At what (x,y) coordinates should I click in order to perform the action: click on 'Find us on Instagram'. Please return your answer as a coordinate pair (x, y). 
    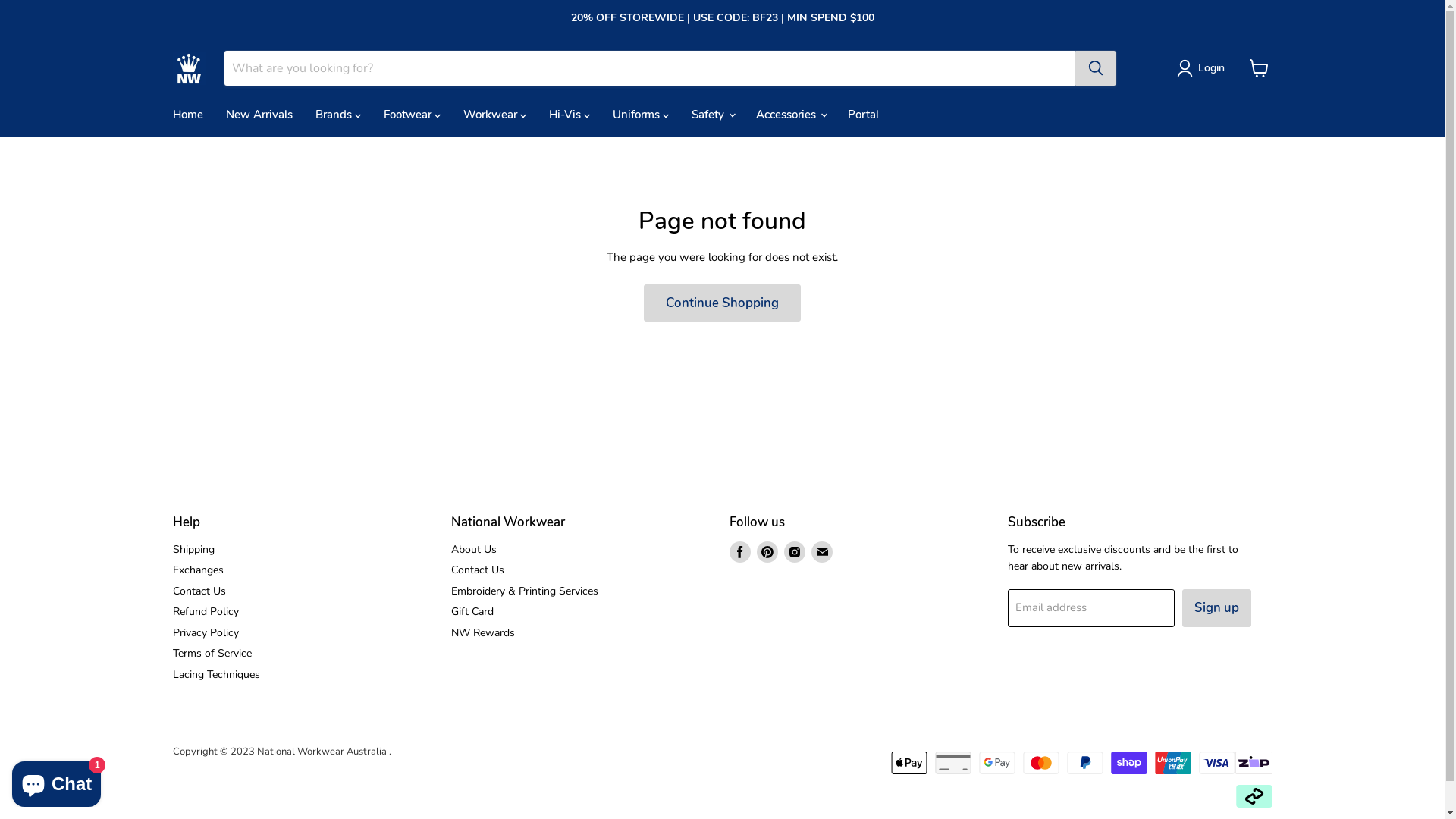
    Looking at the image, I should click on (793, 552).